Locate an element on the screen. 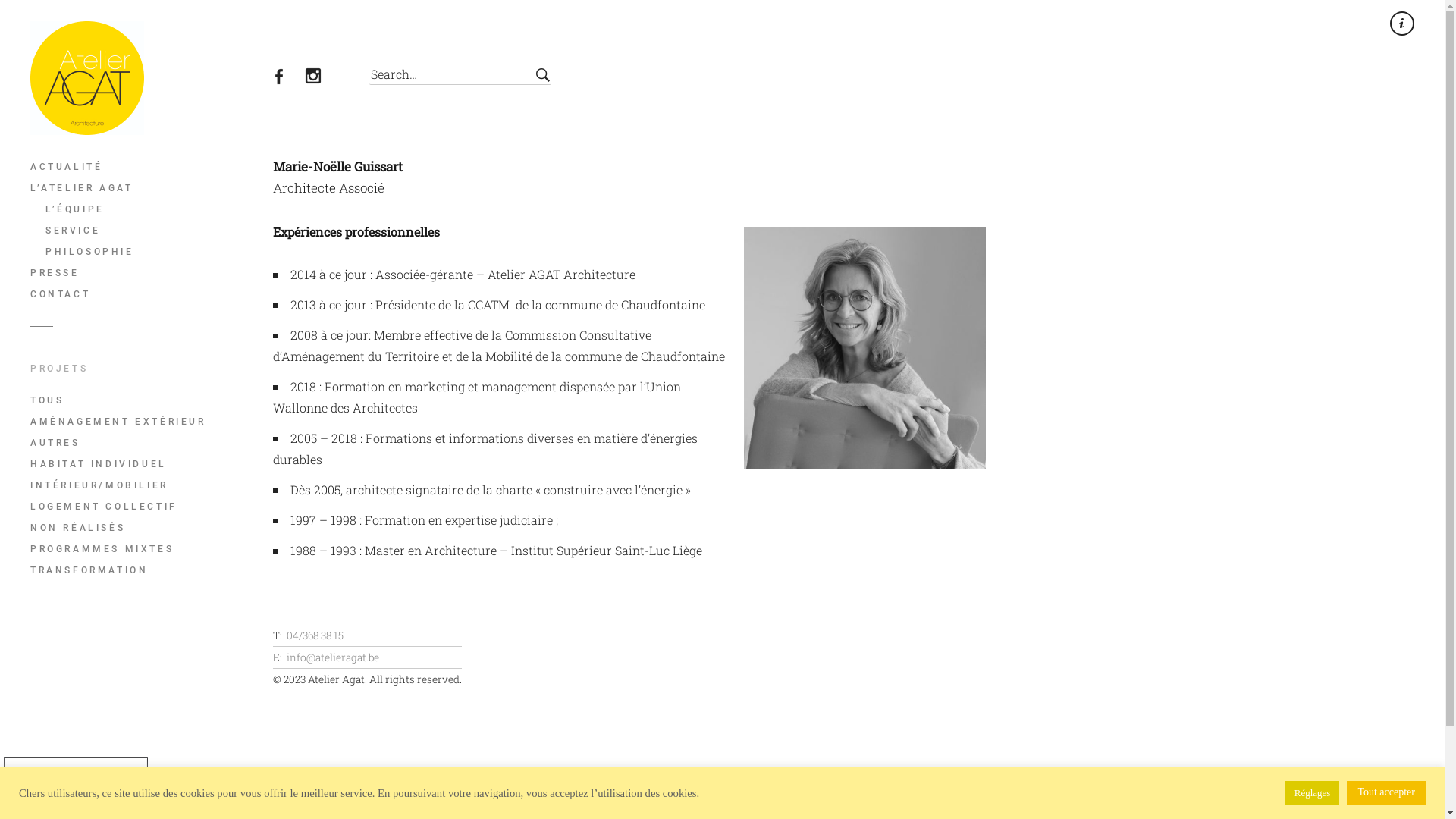 The width and height of the screenshot is (1456, 819). 'Tout accepter' is located at coordinates (1386, 792).